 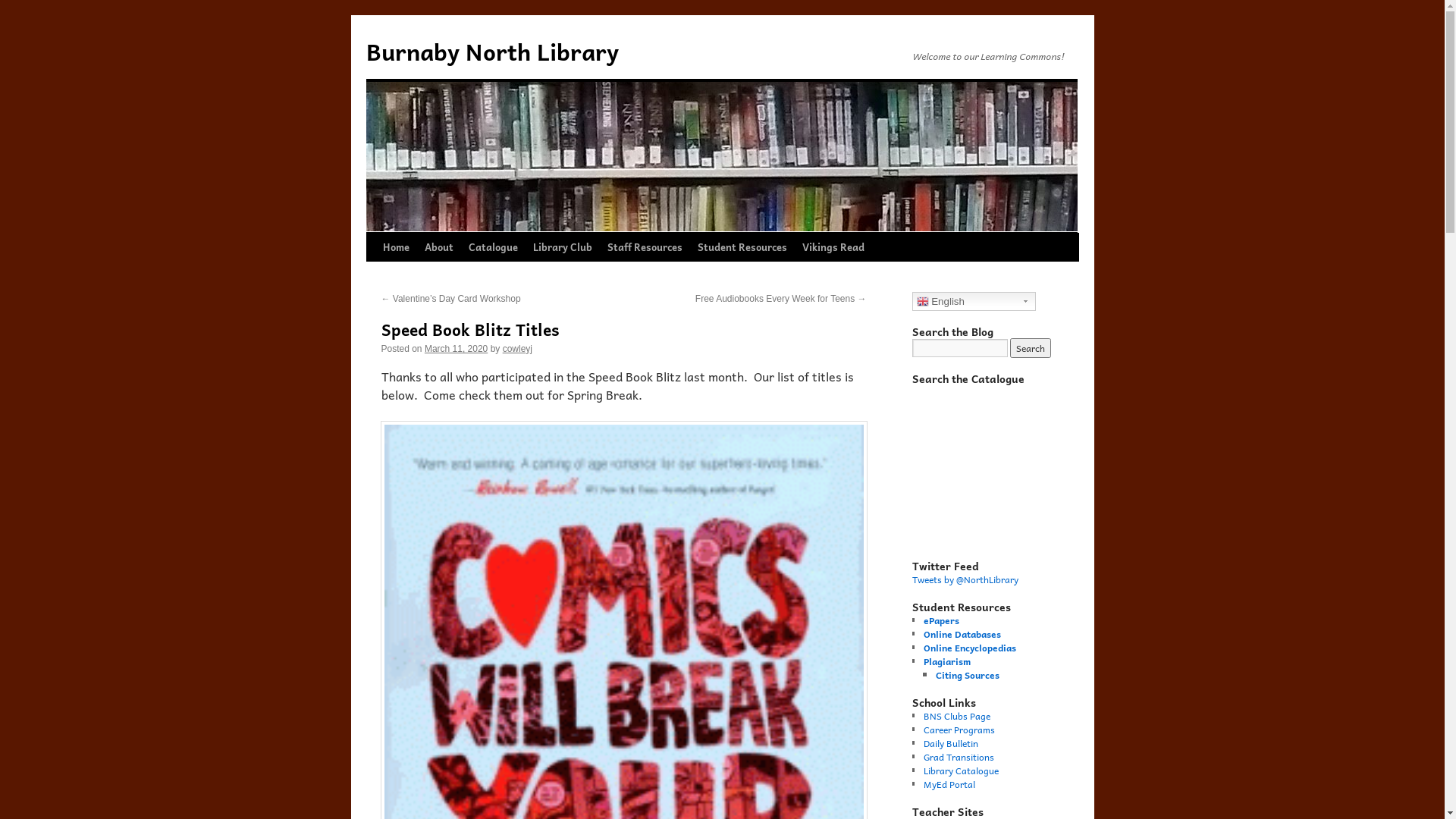 I want to click on 'English', so click(x=973, y=301).